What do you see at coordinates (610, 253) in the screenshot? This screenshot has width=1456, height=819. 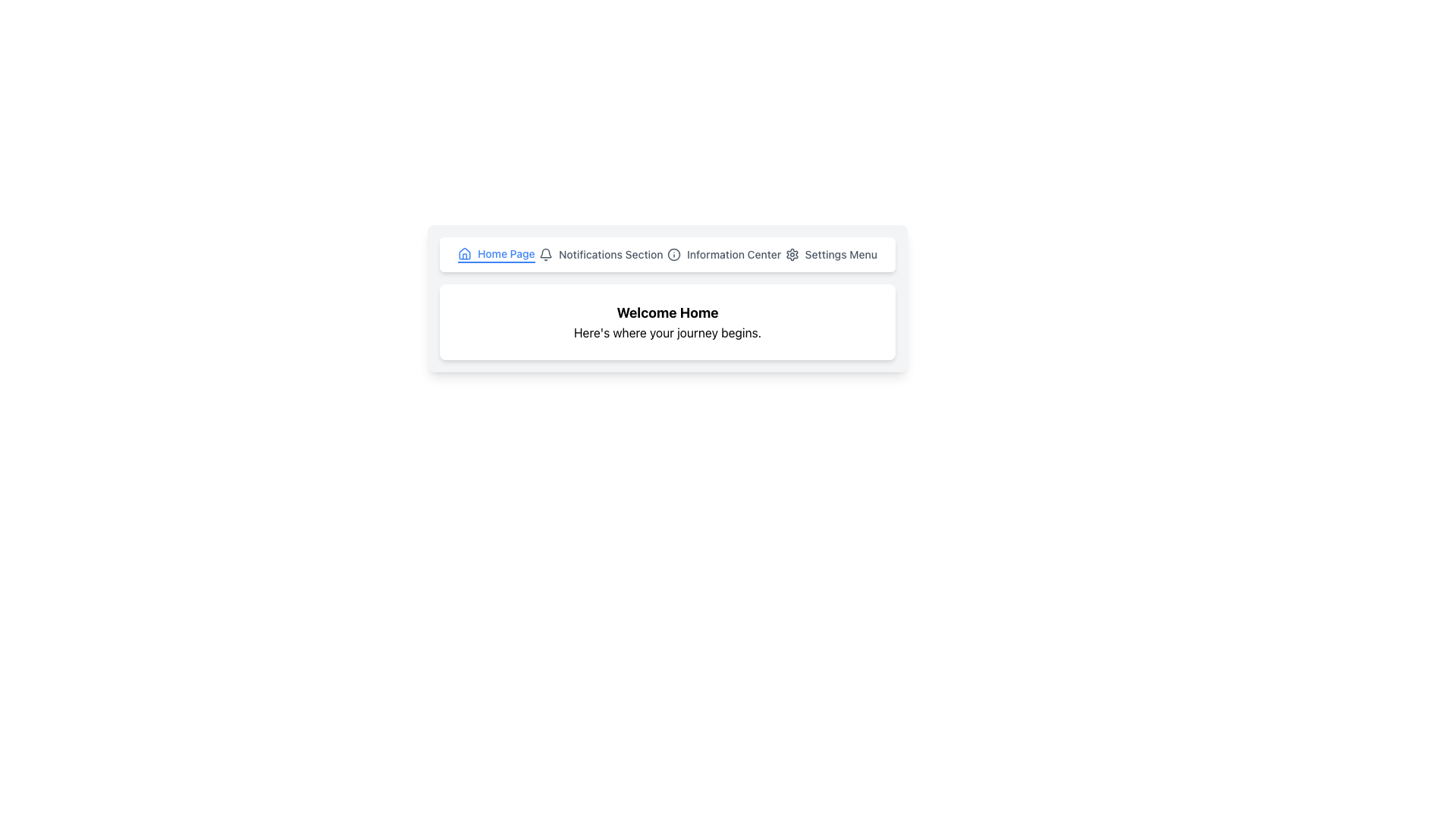 I see `the 'Notifications Section' text label, which is styled with medium-sized, gray-colored text and is part of the horizontal navigation bar near the top of the interface` at bounding box center [610, 253].